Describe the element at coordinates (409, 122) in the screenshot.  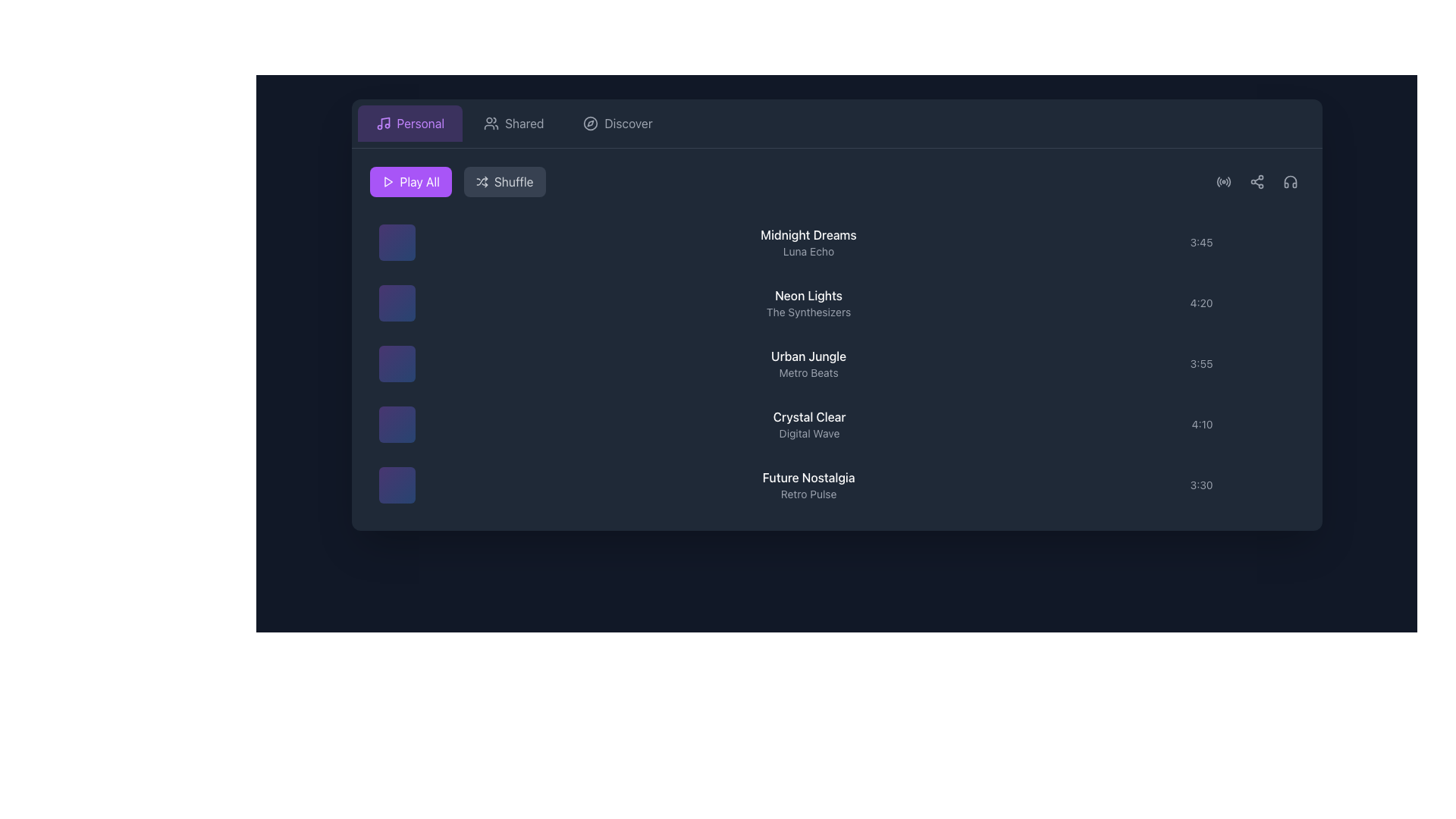
I see `the first button in the horizontal layout at the top-left corner of the application interface` at that location.